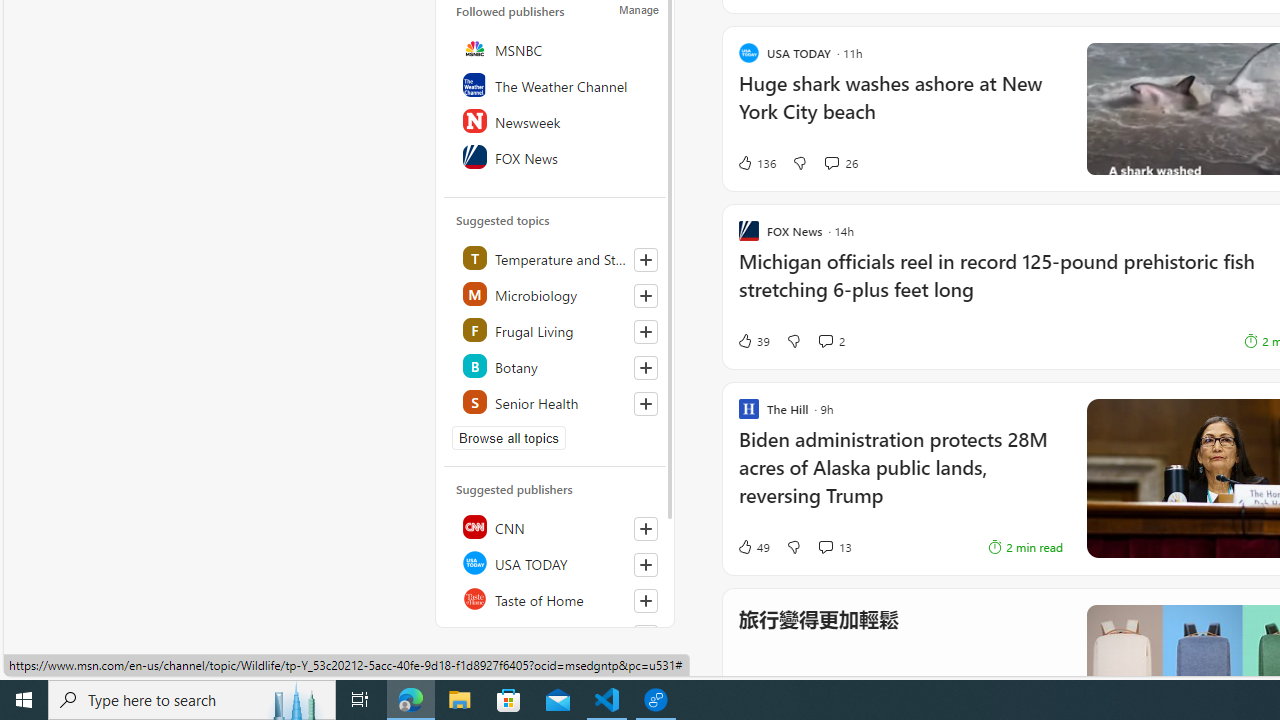 The image size is (1280, 720). Describe the element at coordinates (556, 563) in the screenshot. I see `'USA TODAY'` at that location.